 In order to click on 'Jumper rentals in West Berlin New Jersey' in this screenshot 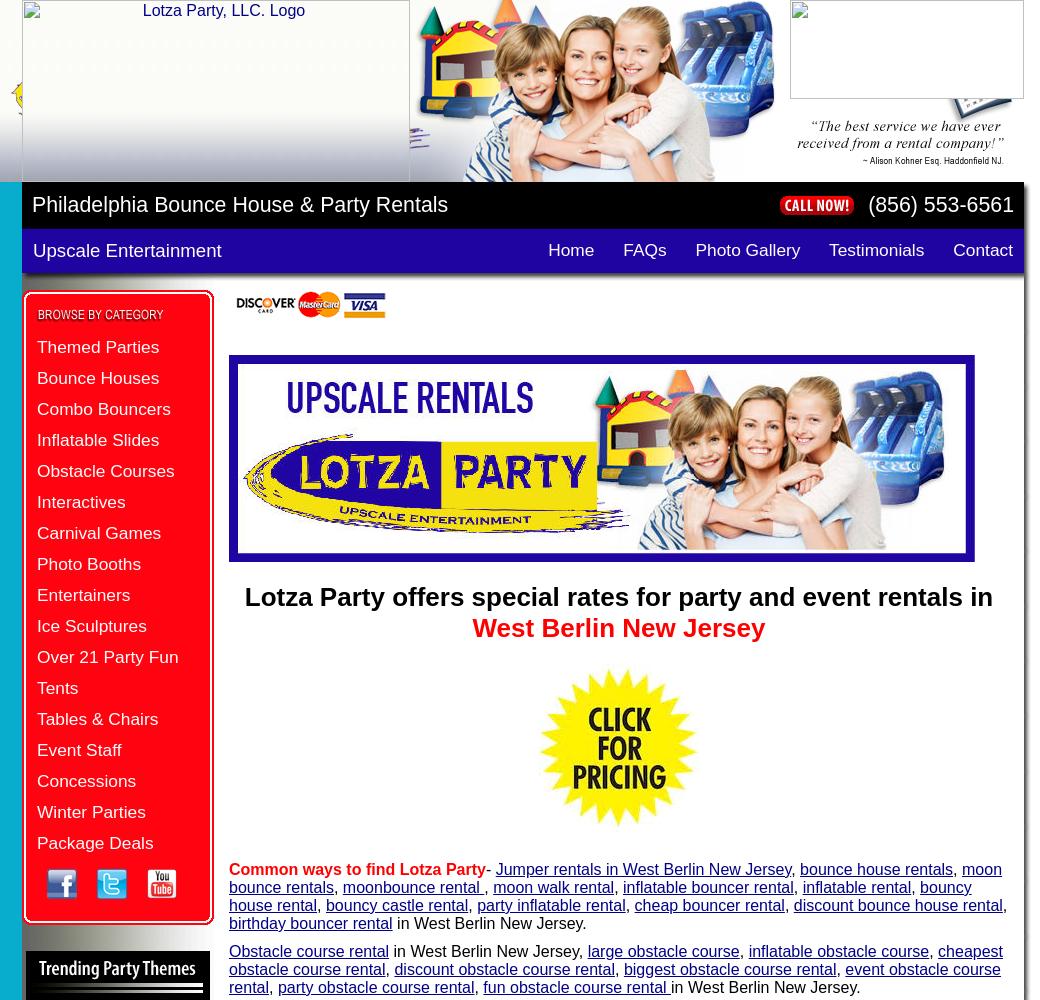, I will do `click(642, 867)`.